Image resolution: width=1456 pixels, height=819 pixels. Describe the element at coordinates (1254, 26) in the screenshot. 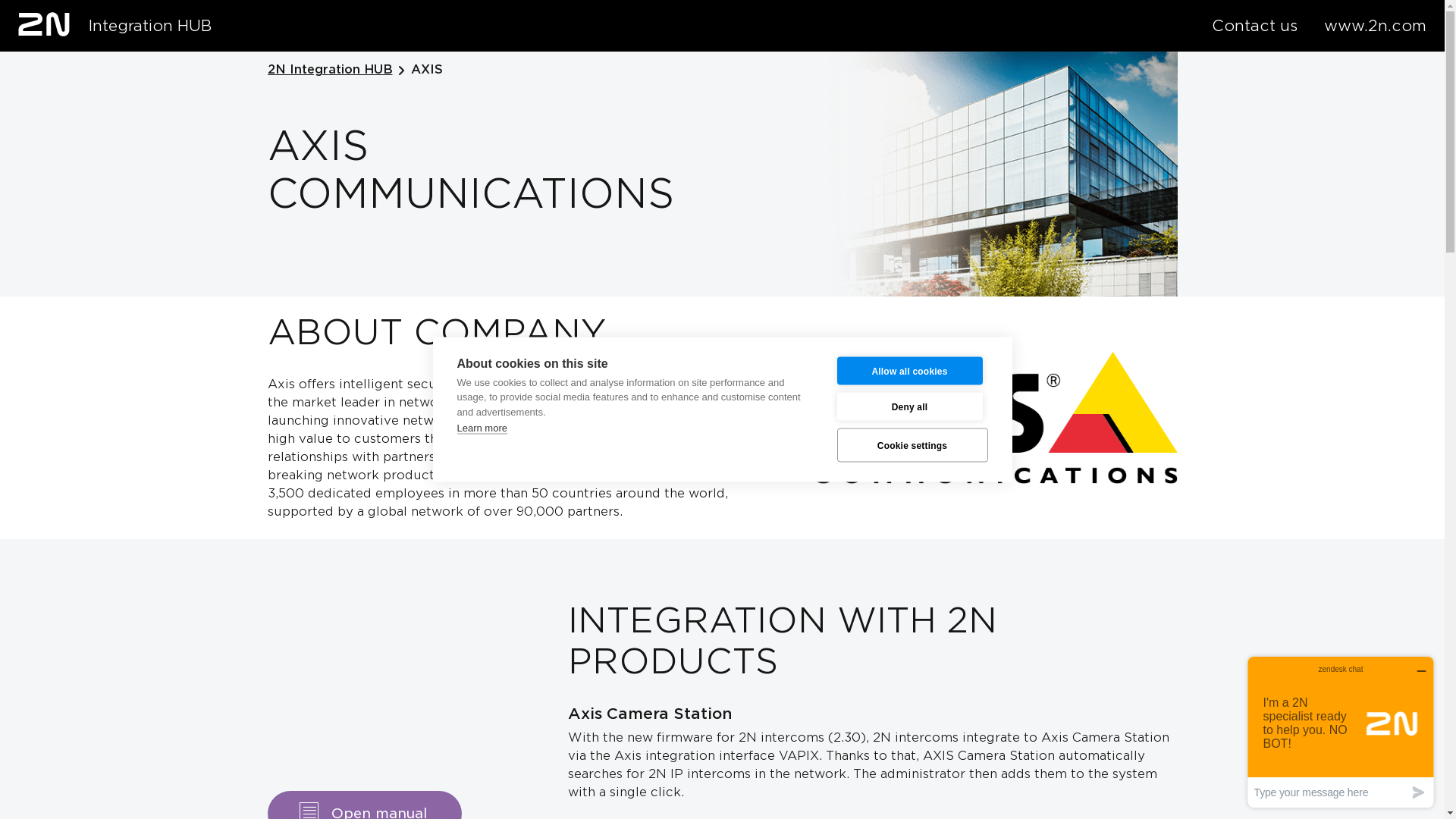

I see `'Contact us'` at that location.